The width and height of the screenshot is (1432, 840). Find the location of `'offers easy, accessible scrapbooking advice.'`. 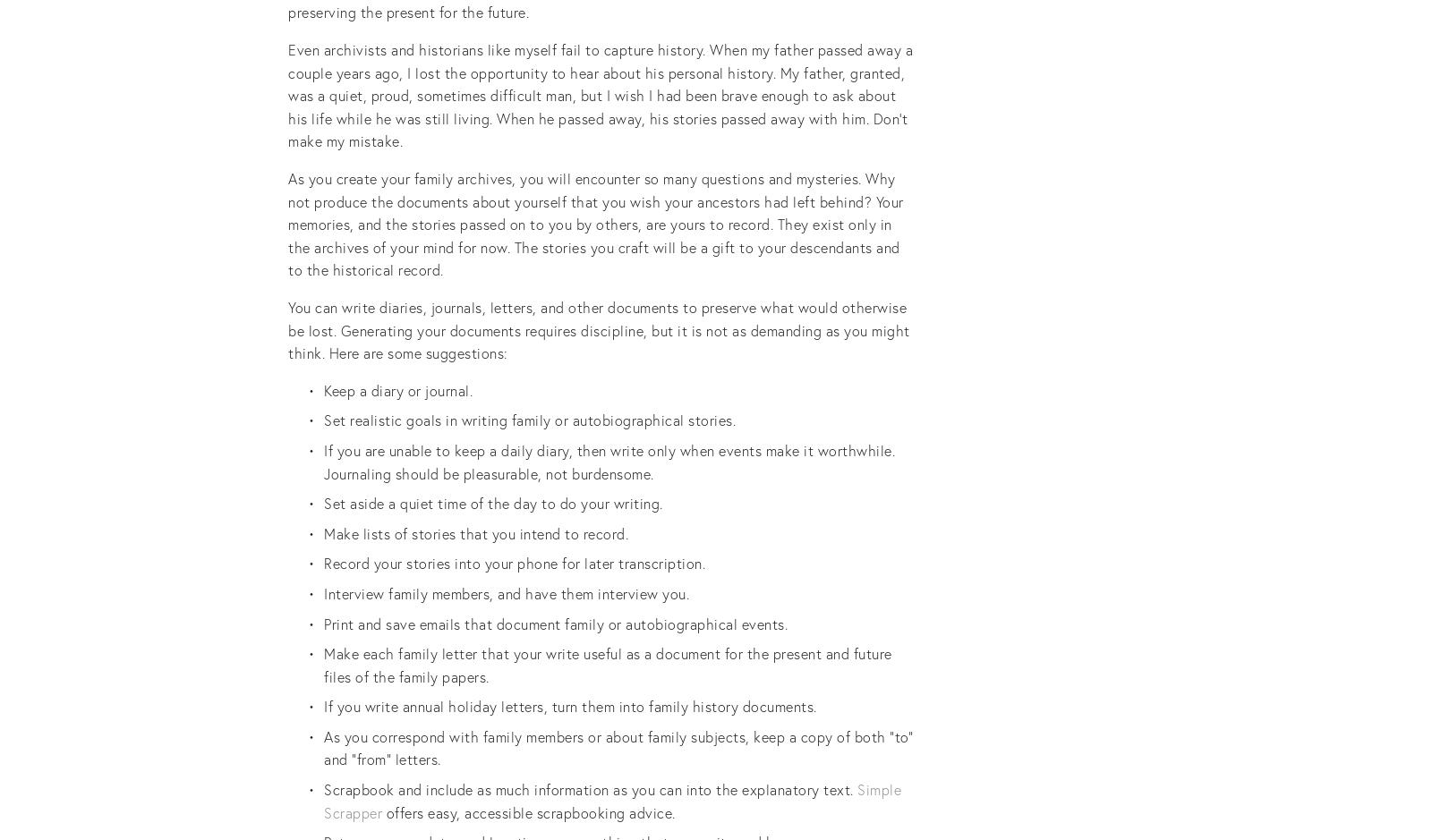

'offers easy, accessible scrapbooking advice.' is located at coordinates (529, 810).